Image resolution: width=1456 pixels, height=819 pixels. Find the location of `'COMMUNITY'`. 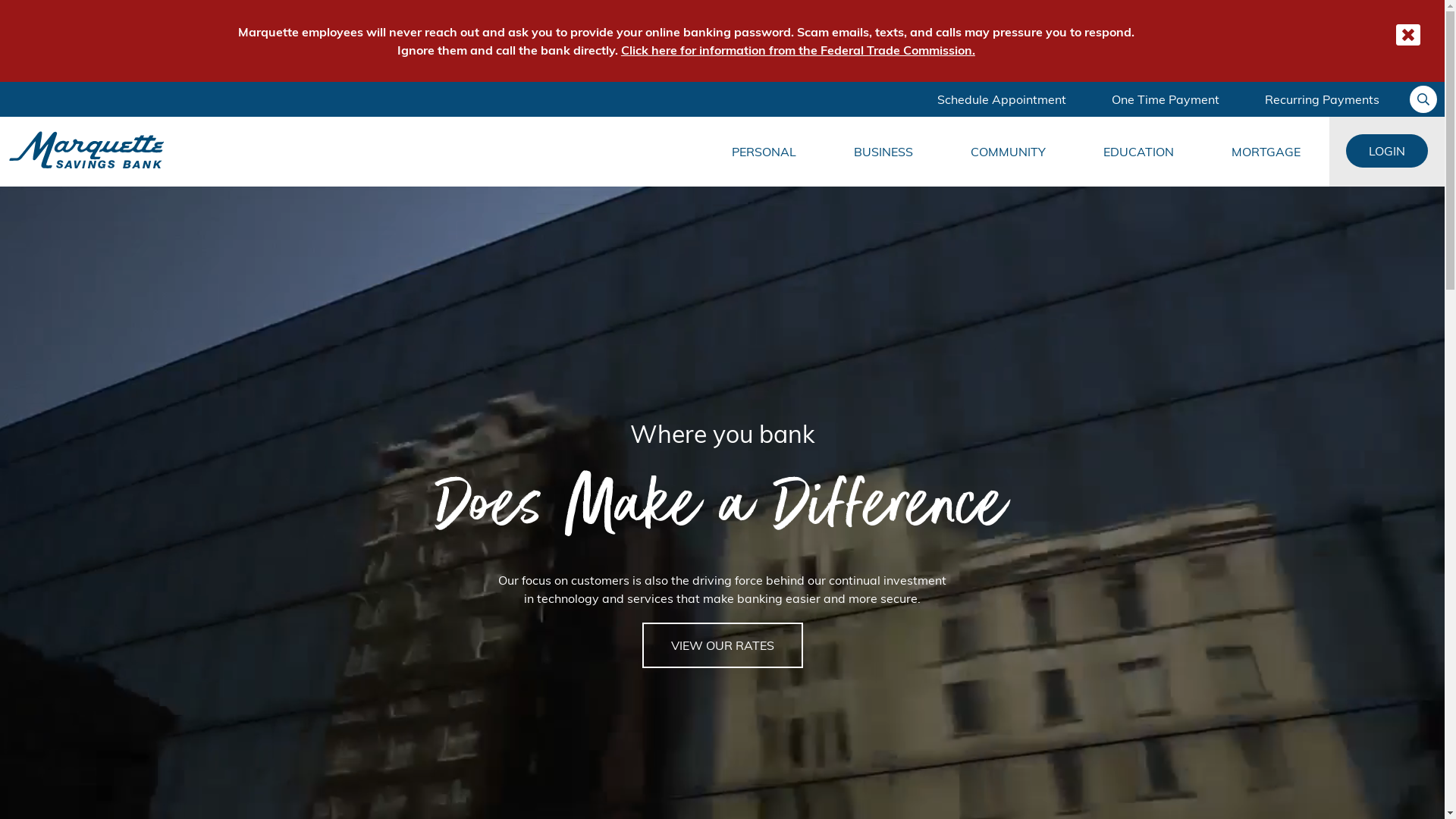

'COMMUNITY' is located at coordinates (1008, 152).